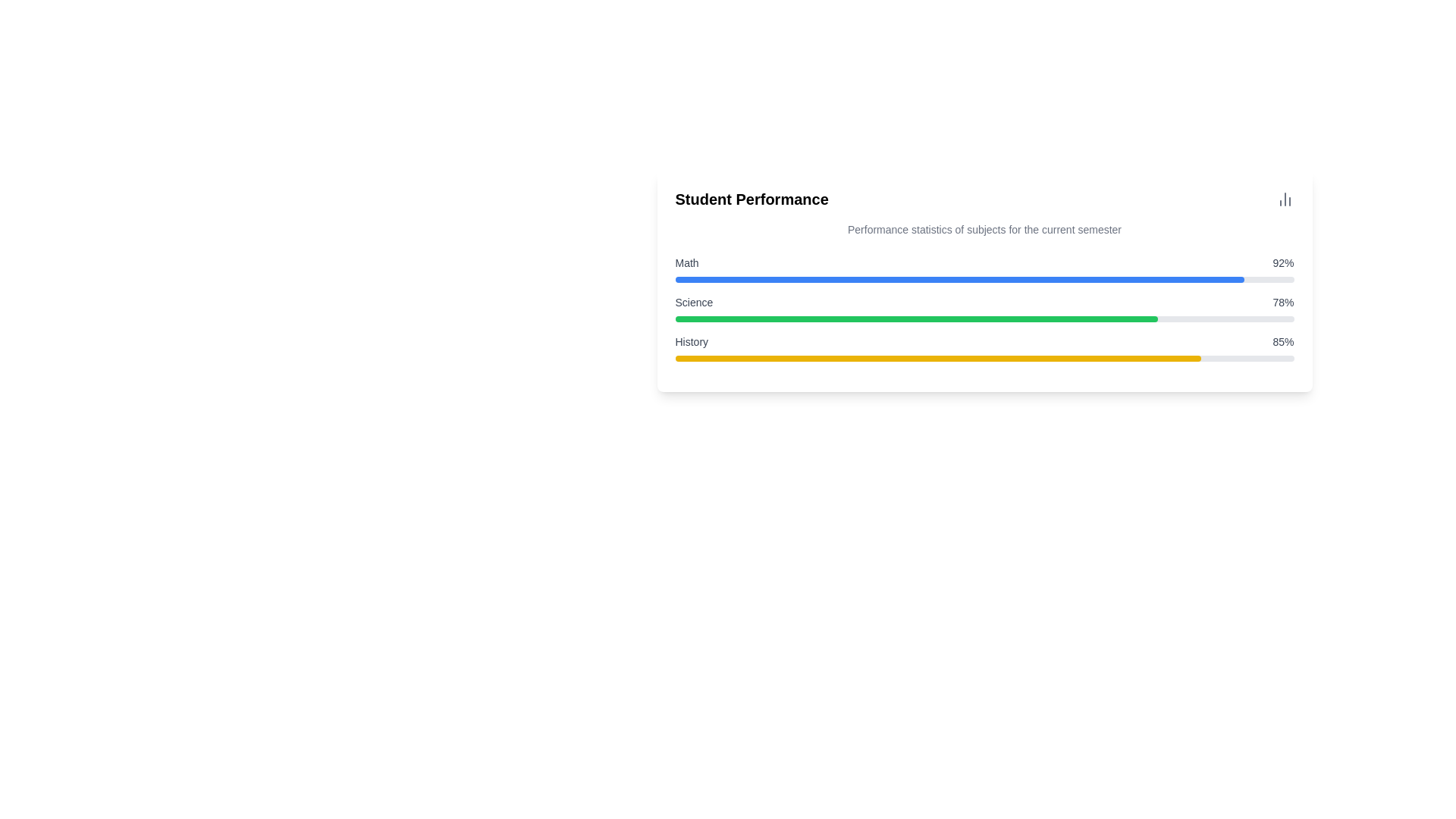  Describe the element at coordinates (693, 302) in the screenshot. I see `the text label element displaying 'Science', which is styled in a small font size with medium weight and gray color, positioned to the left of the percentage value '78%'` at that location.